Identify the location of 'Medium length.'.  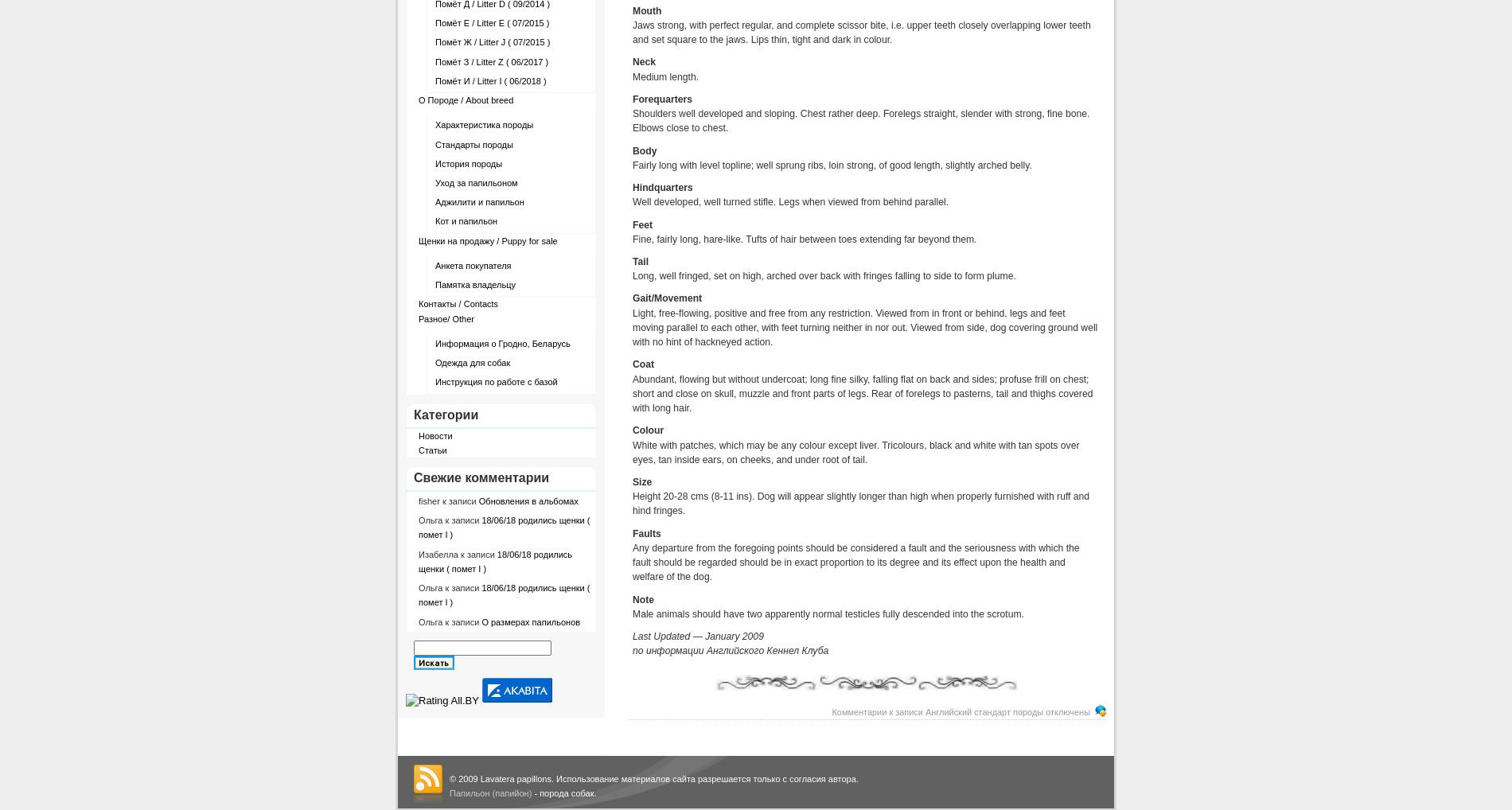
(664, 76).